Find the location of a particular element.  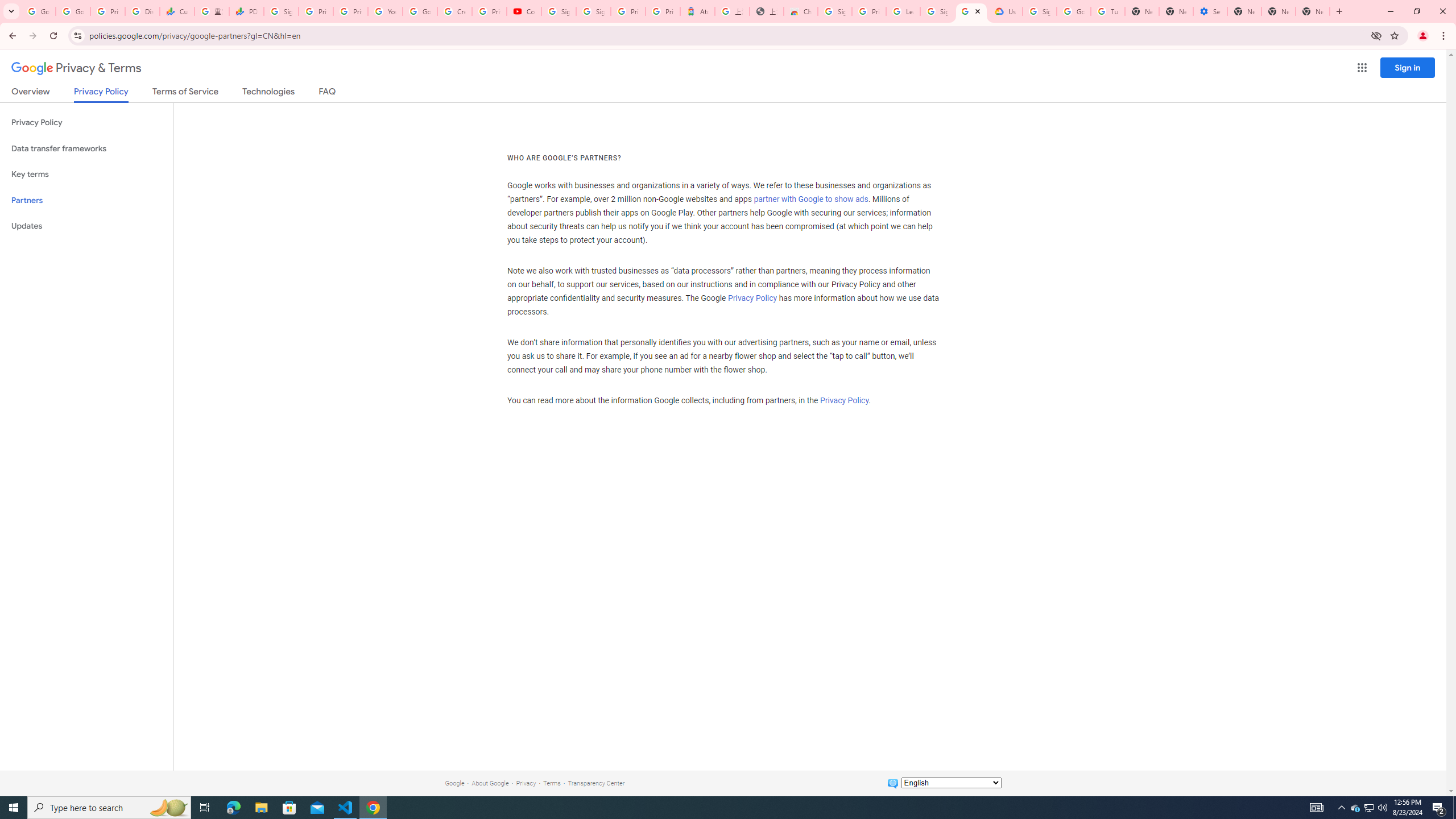

'Sign in - Google Accounts' is located at coordinates (937, 11).